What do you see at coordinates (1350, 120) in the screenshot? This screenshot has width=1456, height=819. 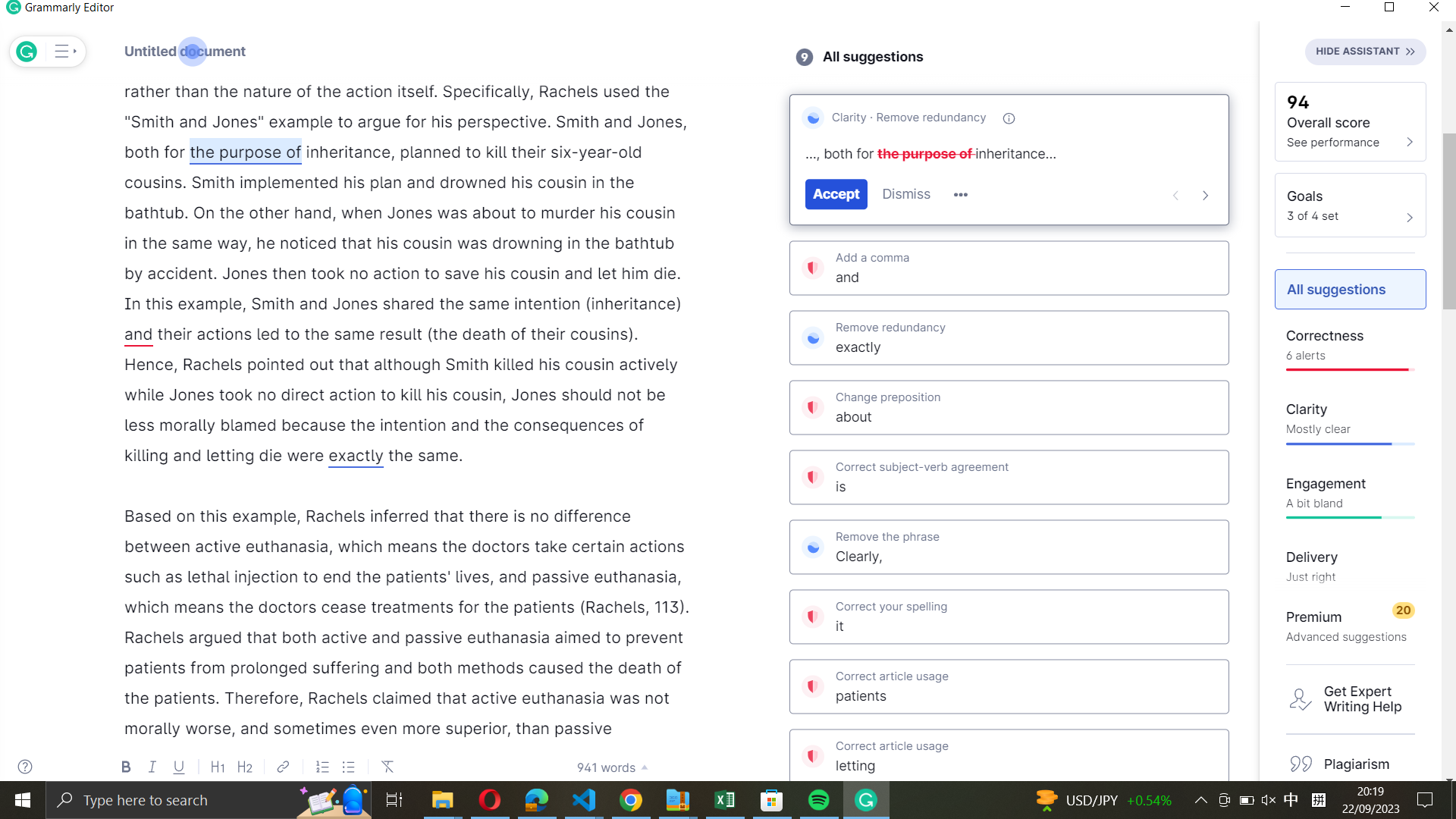 I see `See the overall score` at bounding box center [1350, 120].